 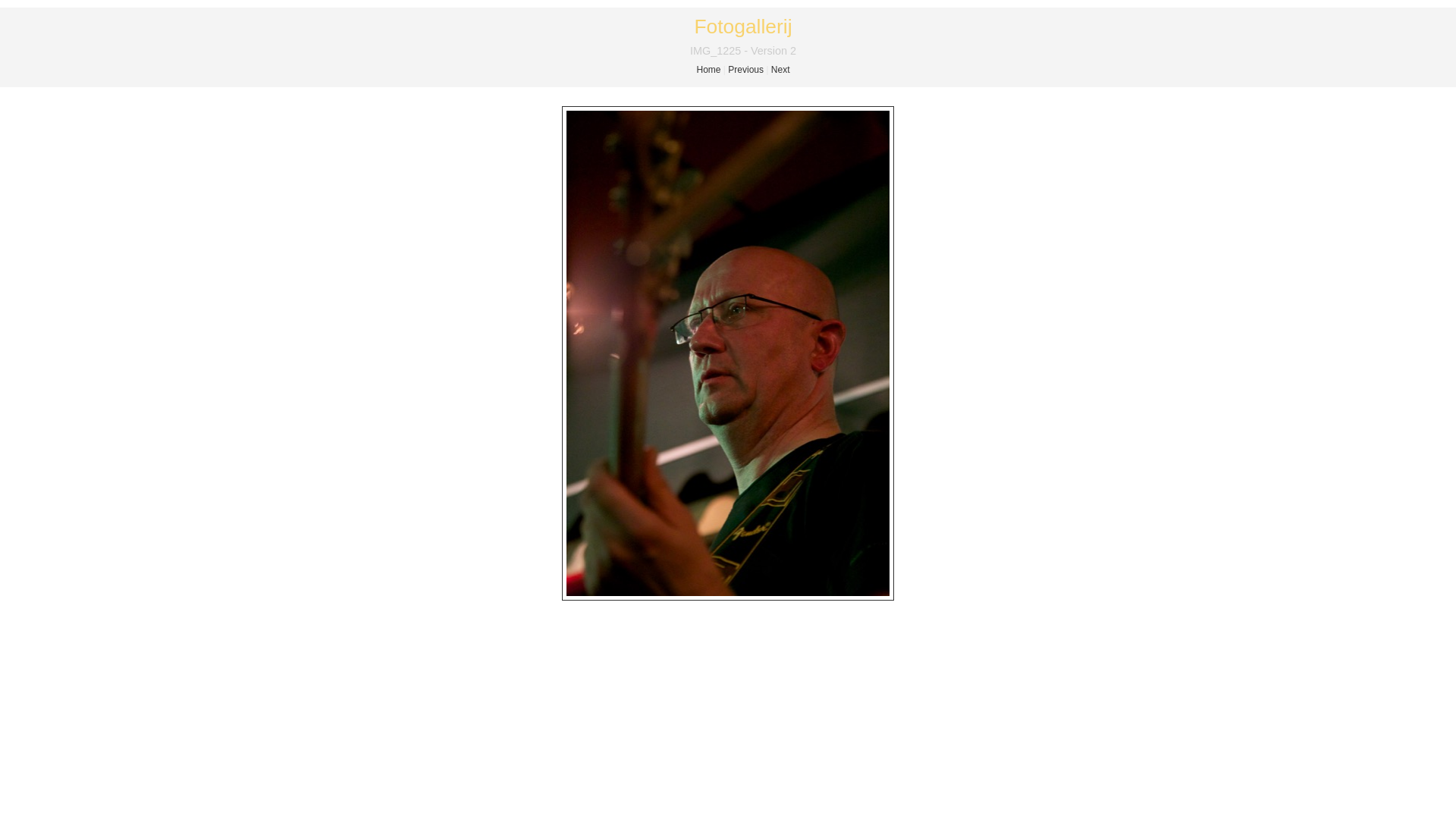 I want to click on 'Previous', so click(x=745, y=70).